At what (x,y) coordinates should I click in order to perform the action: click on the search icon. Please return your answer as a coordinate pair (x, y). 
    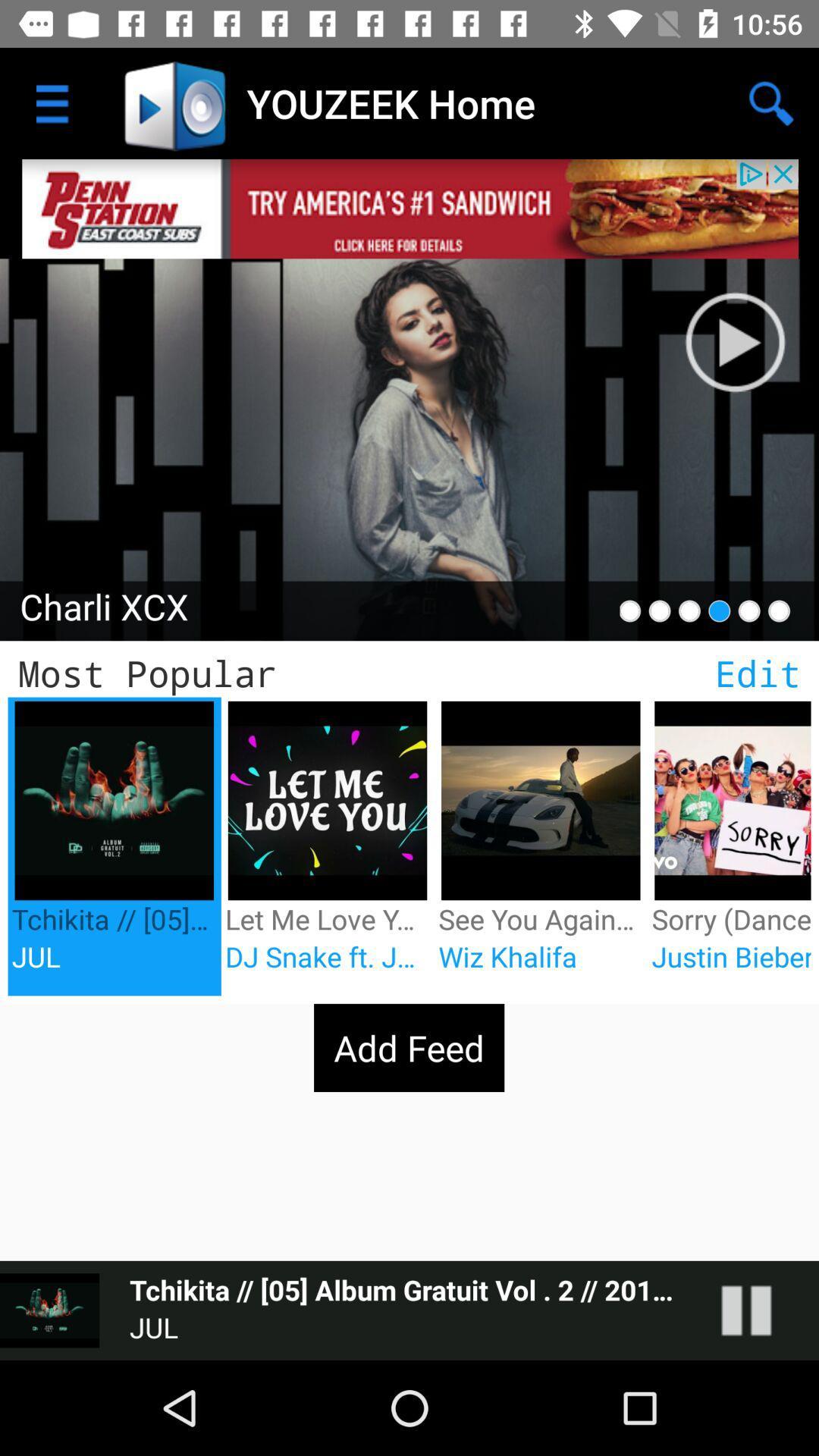
    Looking at the image, I should click on (771, 103).